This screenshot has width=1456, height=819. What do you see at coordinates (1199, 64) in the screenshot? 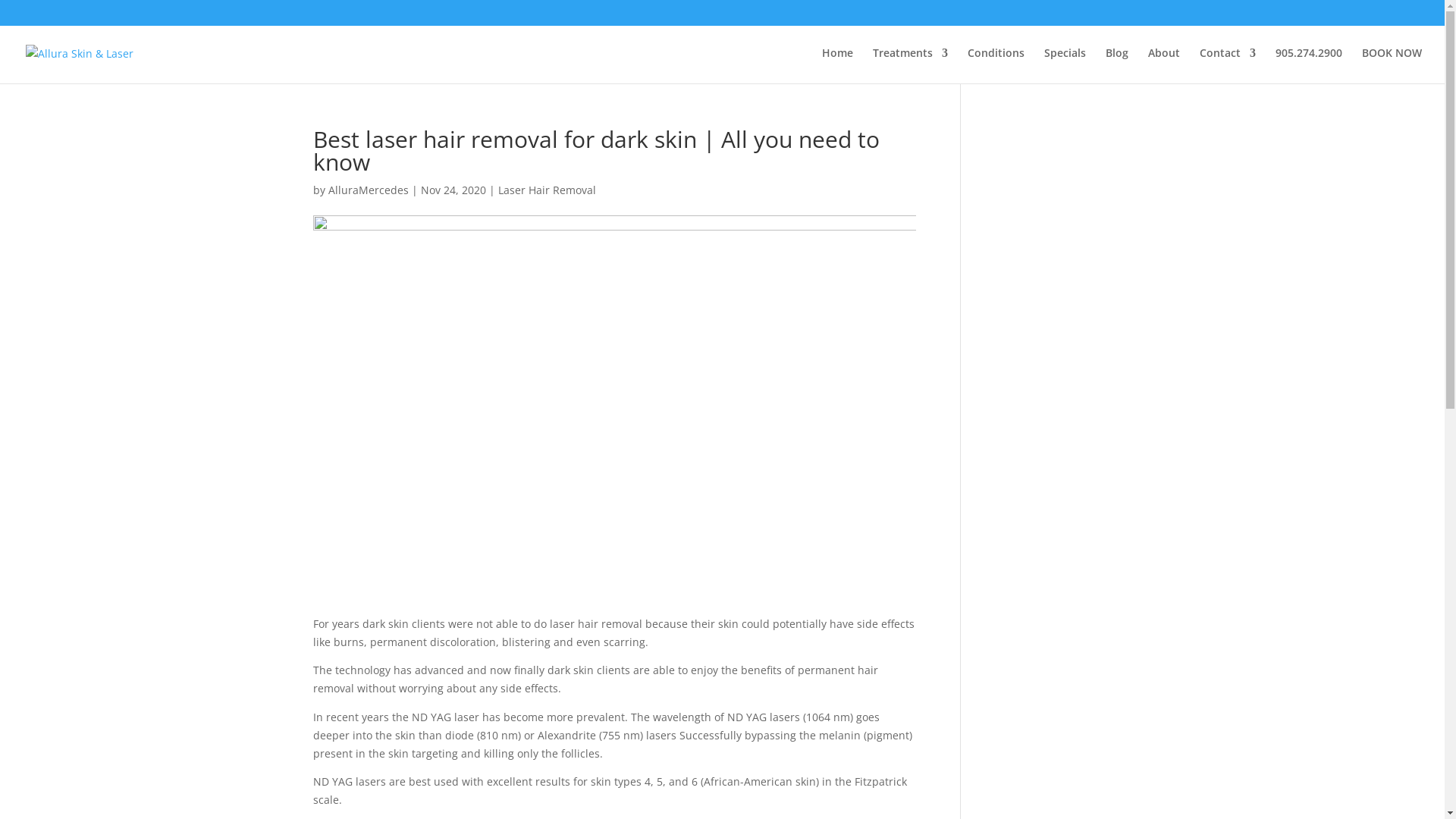
I see `'Contact'` at bounding box center [1199, 64].